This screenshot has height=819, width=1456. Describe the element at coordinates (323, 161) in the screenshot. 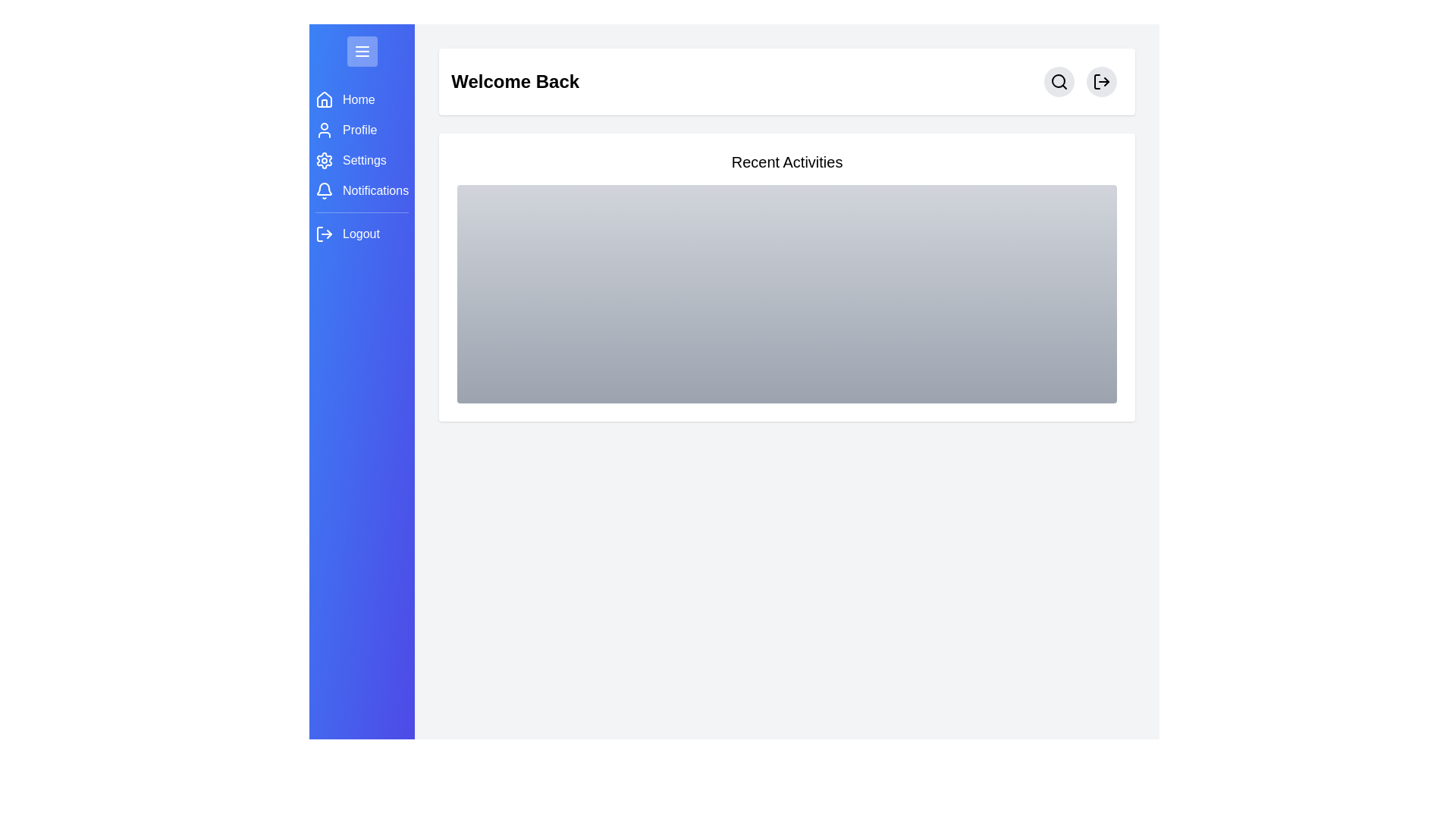

I see `the gear icon representing settings, which is located in the vertical menu on the left side of the user interface, adjacent to the 'Settings' label` at that location.